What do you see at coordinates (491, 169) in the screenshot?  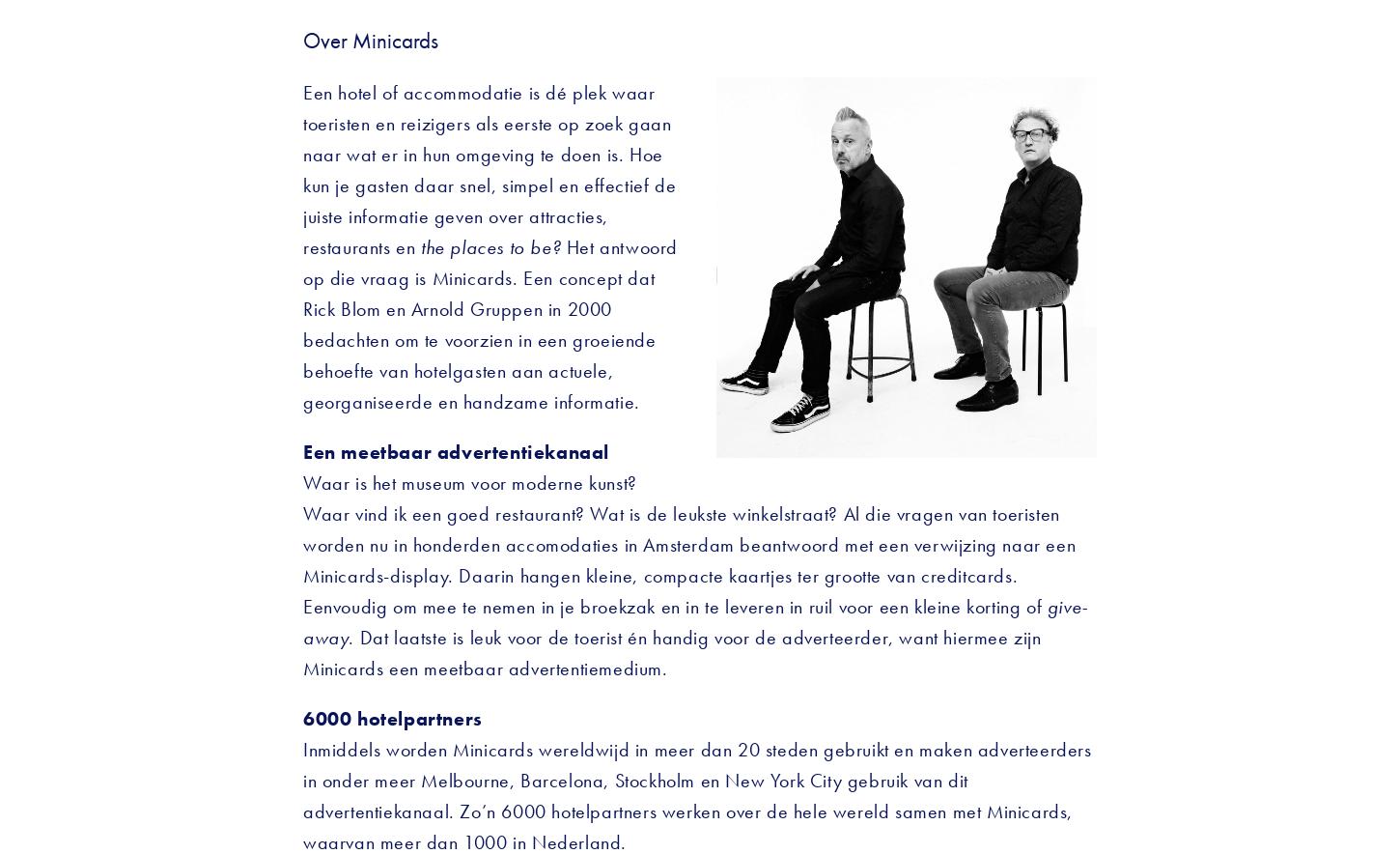 I see `'Een hotel of accommodatie is dé plek waar toeristen en reizigers als eerste op zoek gaan naar wat er in hun omgeving te doen is. Hoe kun je gasten daar snel, simpel en effectief de juiste informatie geven over attracties, restaurants en'` at bounding box center [491, 169].